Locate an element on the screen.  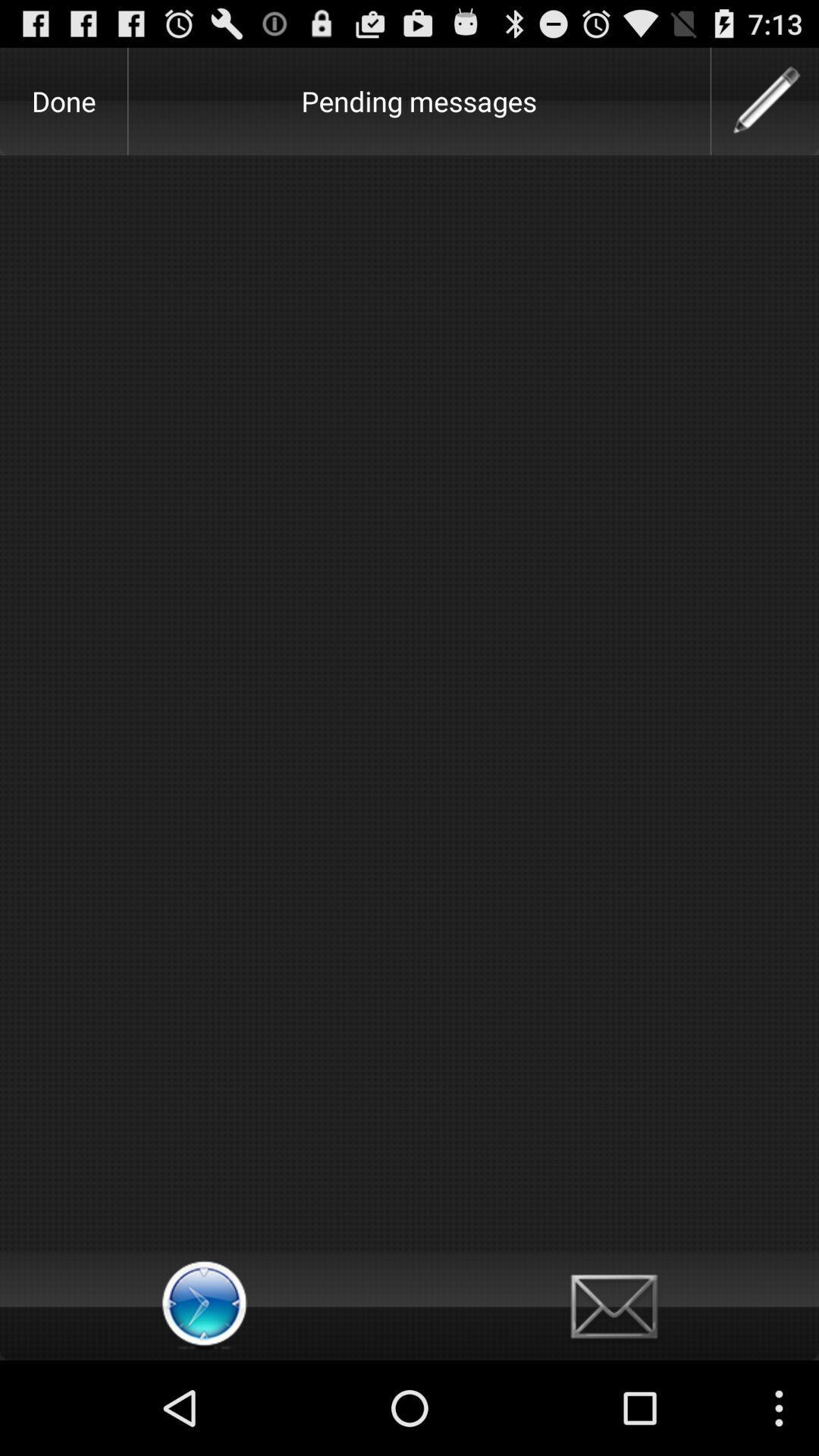
the edit icon is located at coordinates (765, 108).